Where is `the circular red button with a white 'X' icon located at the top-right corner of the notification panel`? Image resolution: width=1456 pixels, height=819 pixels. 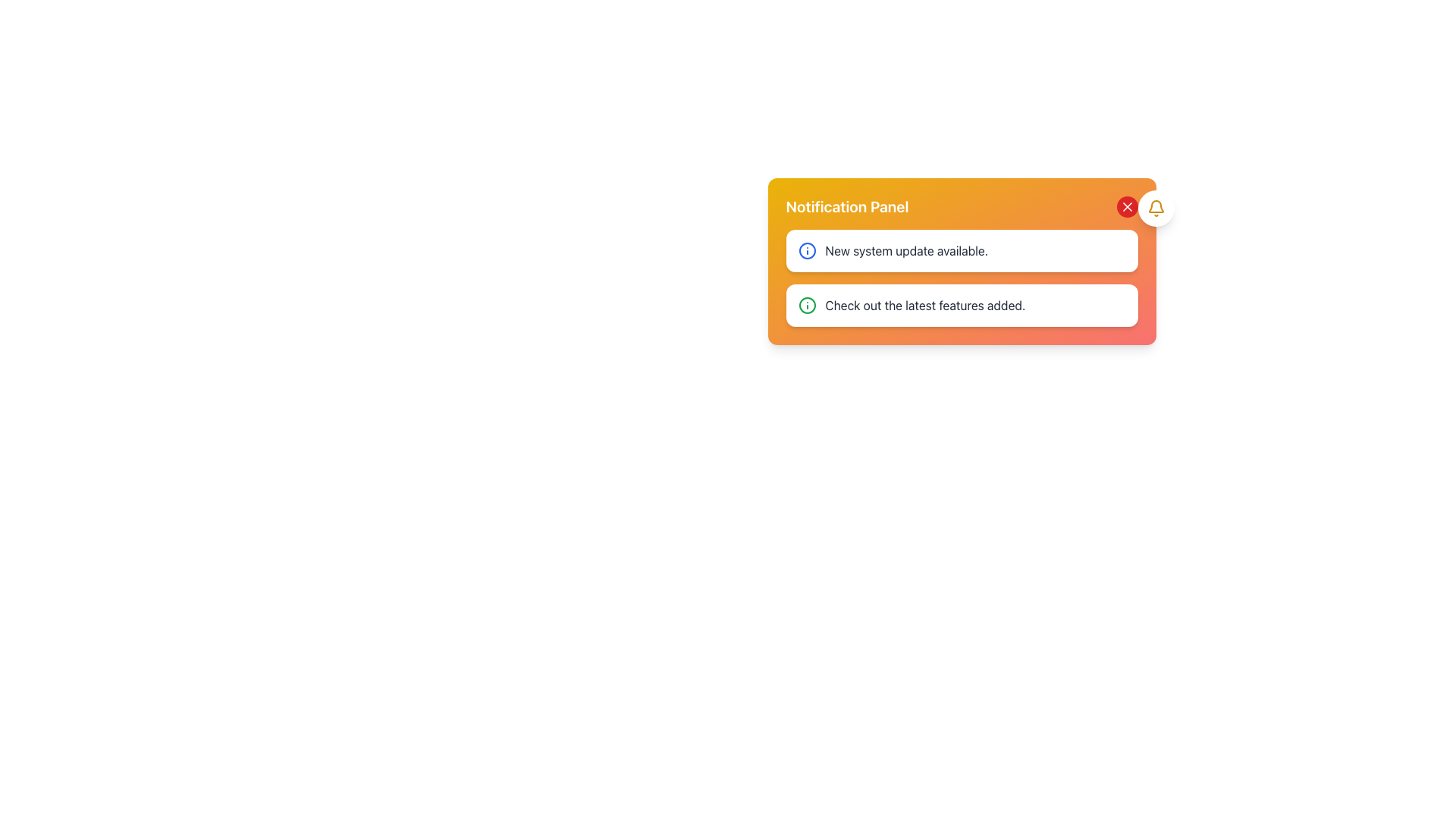 the circular red button with a white 'X' icon located at the top-right corner of the notification panel is located at coordinates (1127, 207).